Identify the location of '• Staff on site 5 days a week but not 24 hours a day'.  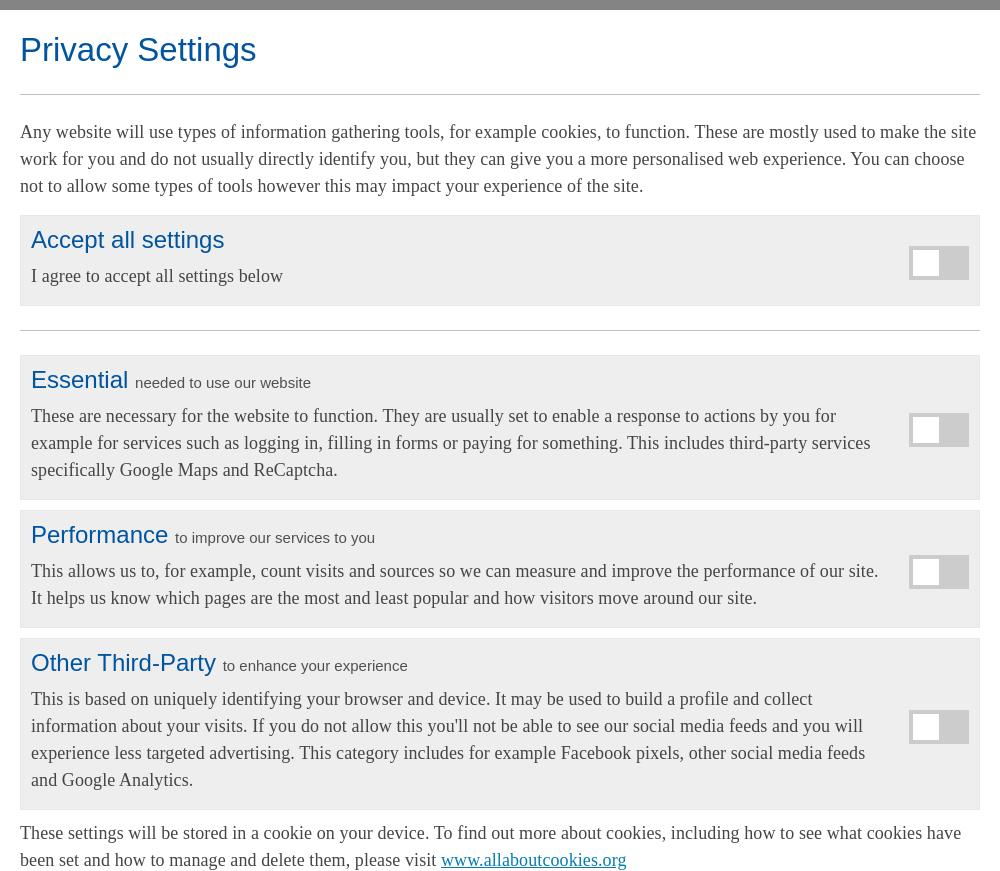
(20, 492).